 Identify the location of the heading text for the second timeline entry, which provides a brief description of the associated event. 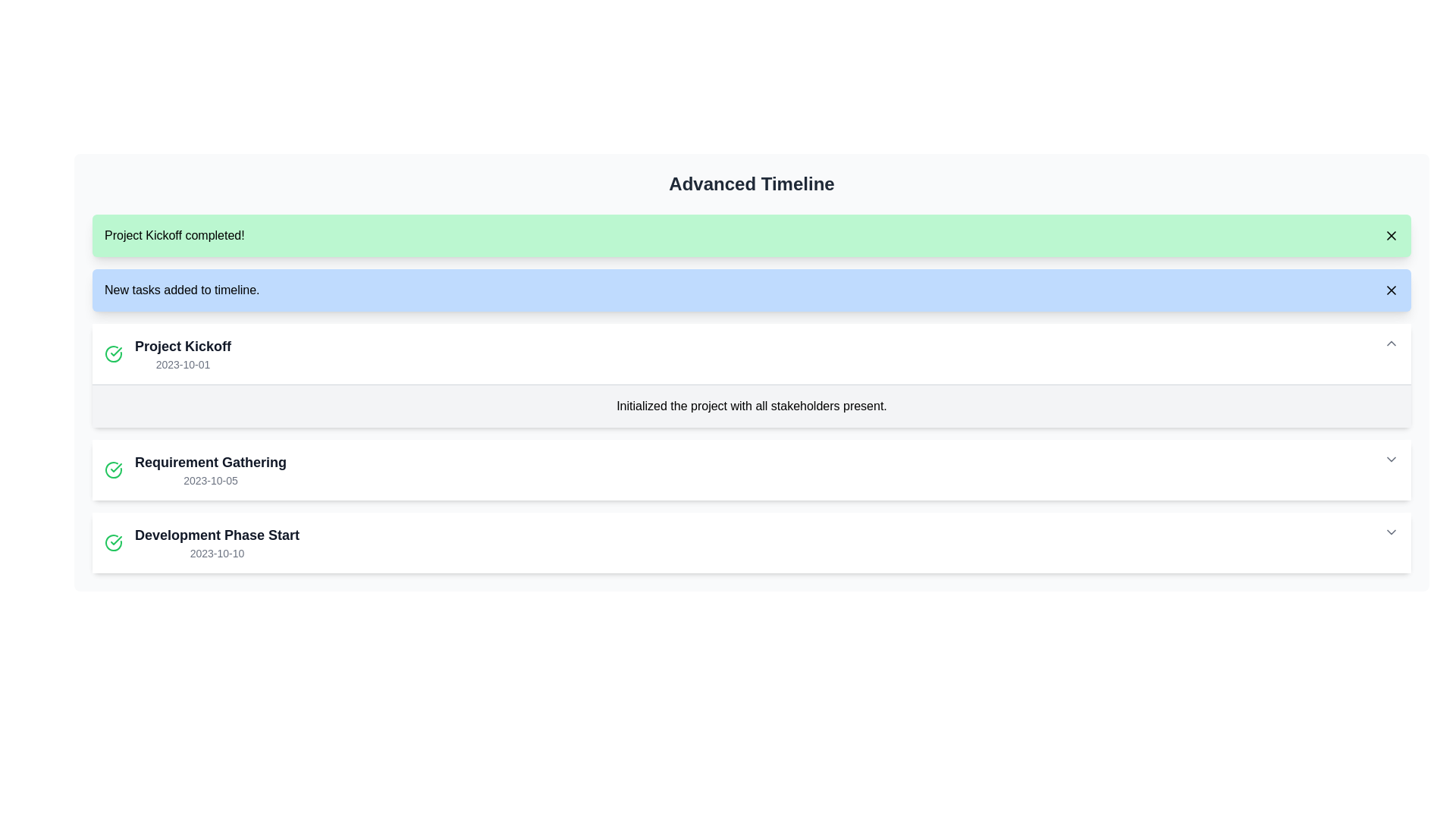
(210, 461).